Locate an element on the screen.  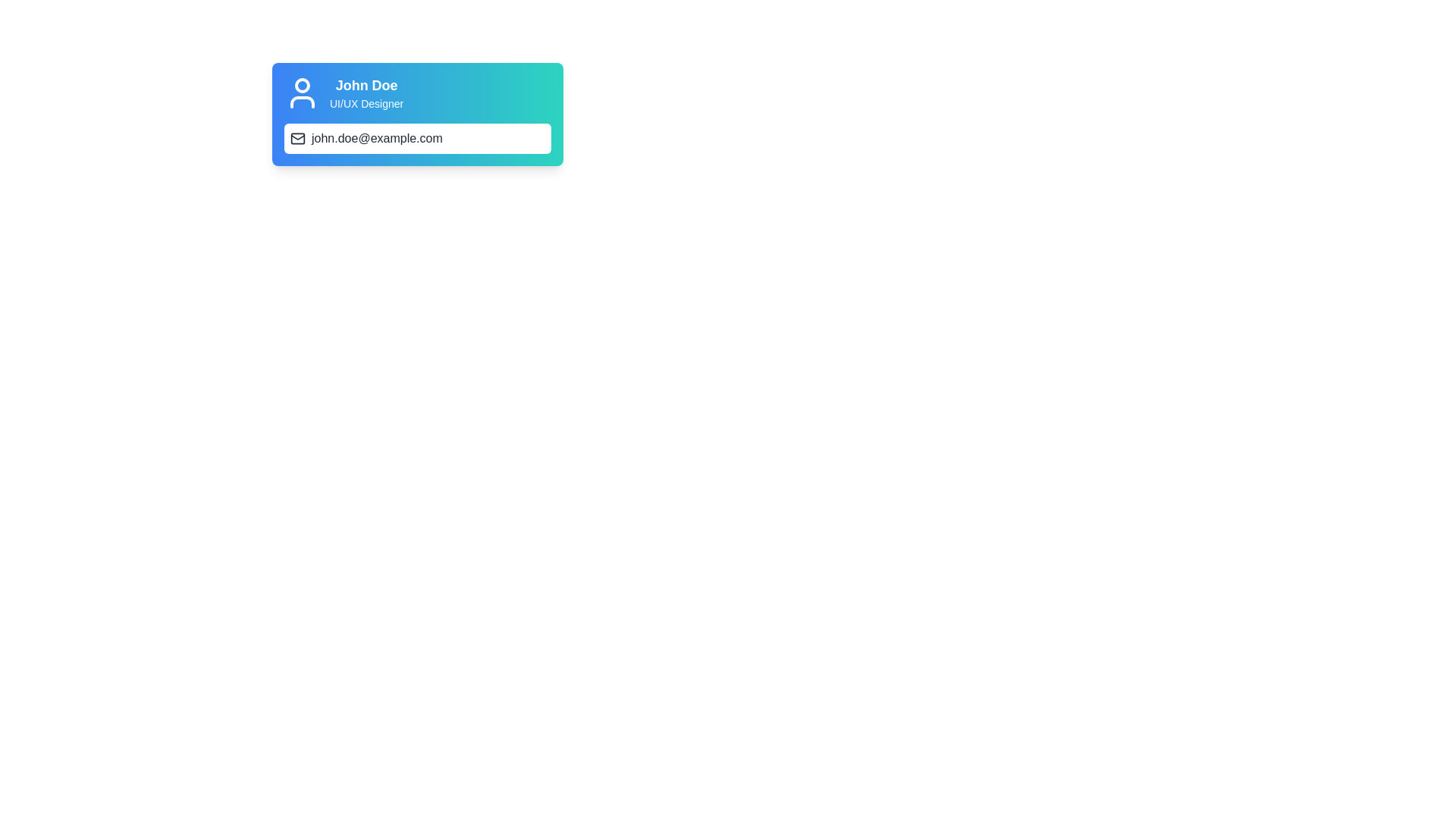
the email address text element located near the bottom right of the user details section, below the name 'John Doe' and title 'UI/UX Designer' is located at coordinates (418, 138).